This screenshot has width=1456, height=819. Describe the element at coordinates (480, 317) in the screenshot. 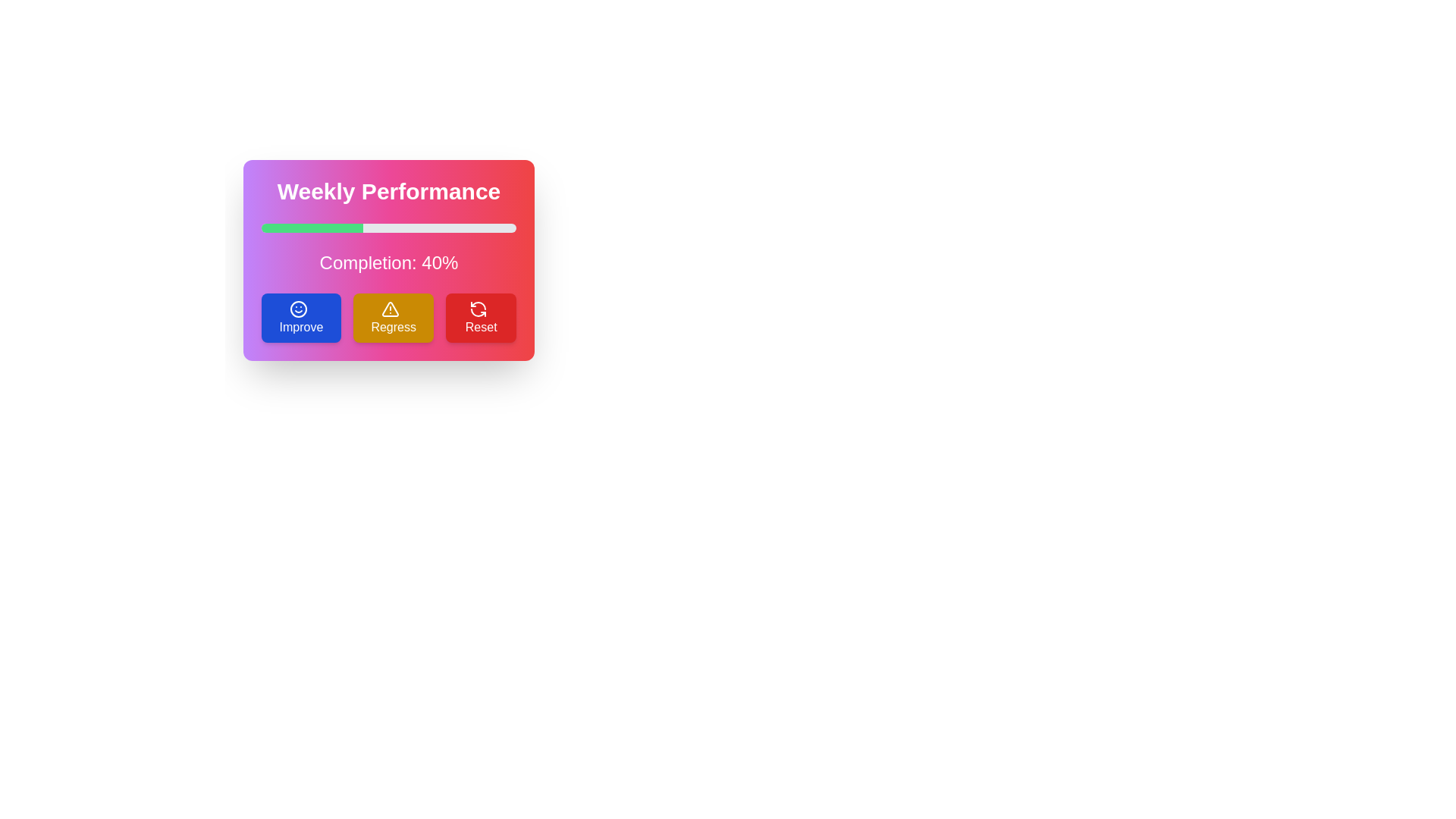

I see `the reset button located at the far right of the button group at the bottom of the card, next to the 'Regress' button` at that location.